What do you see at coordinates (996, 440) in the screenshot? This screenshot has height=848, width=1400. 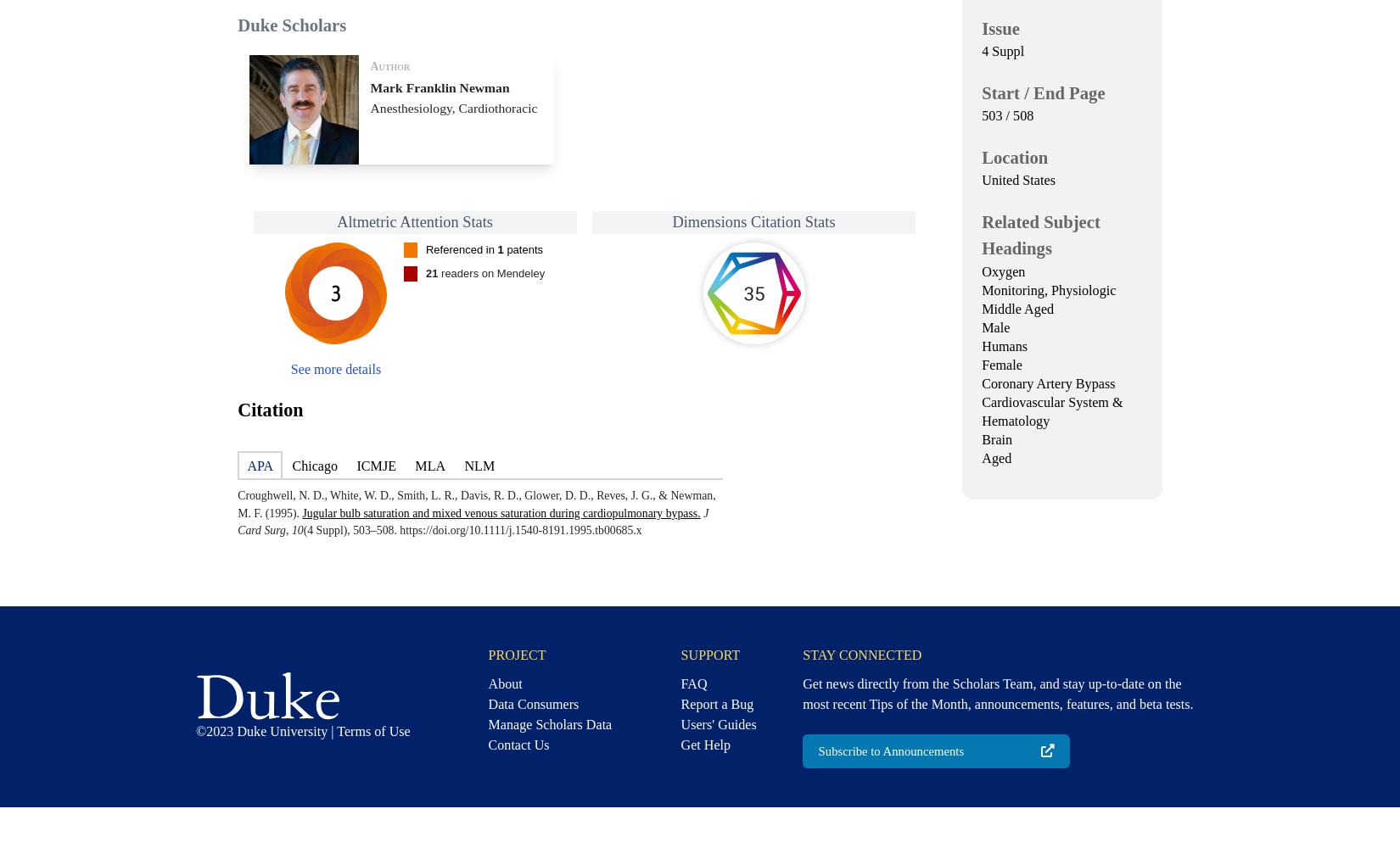 I see `'Brain'` at bounding box center [996, 440].